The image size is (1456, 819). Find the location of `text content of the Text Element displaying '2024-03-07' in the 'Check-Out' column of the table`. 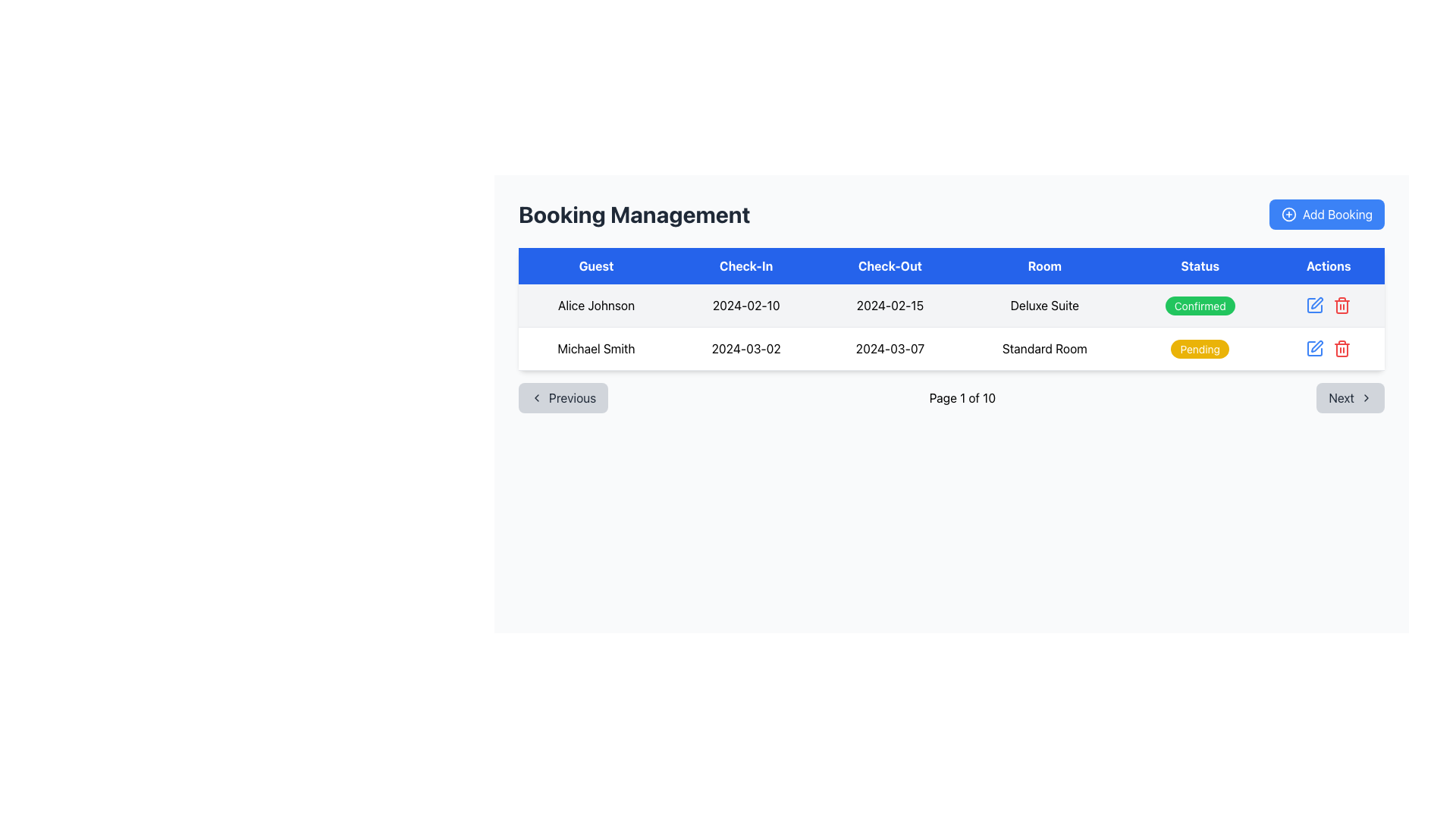

text content of the Text Element displaying '2024-03-07' in the 'Check-Out' column of the table is located at coordinates (890, 348).